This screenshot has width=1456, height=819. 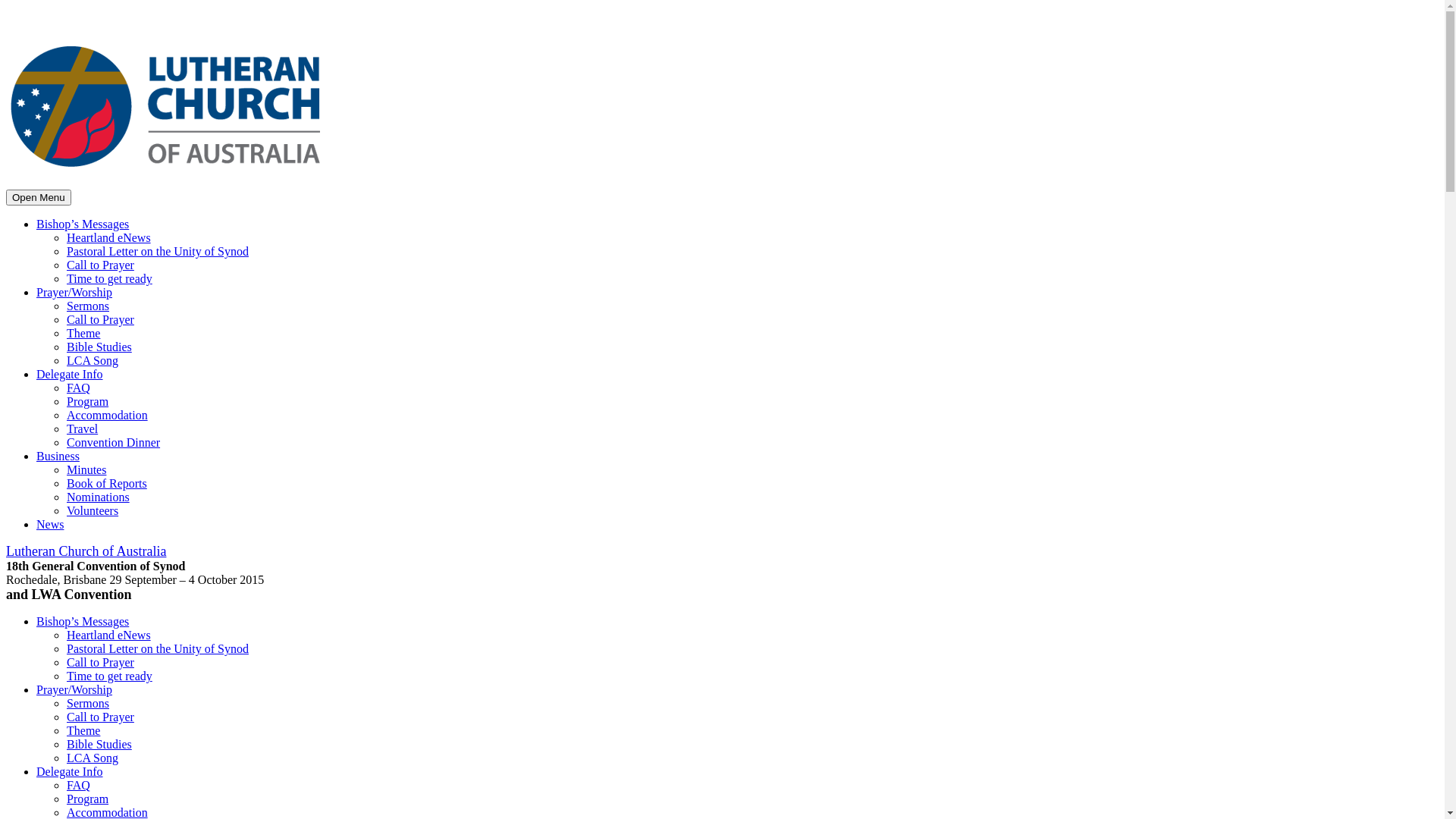 I want to click on 'LCA Song', so click(x=91, y=758).